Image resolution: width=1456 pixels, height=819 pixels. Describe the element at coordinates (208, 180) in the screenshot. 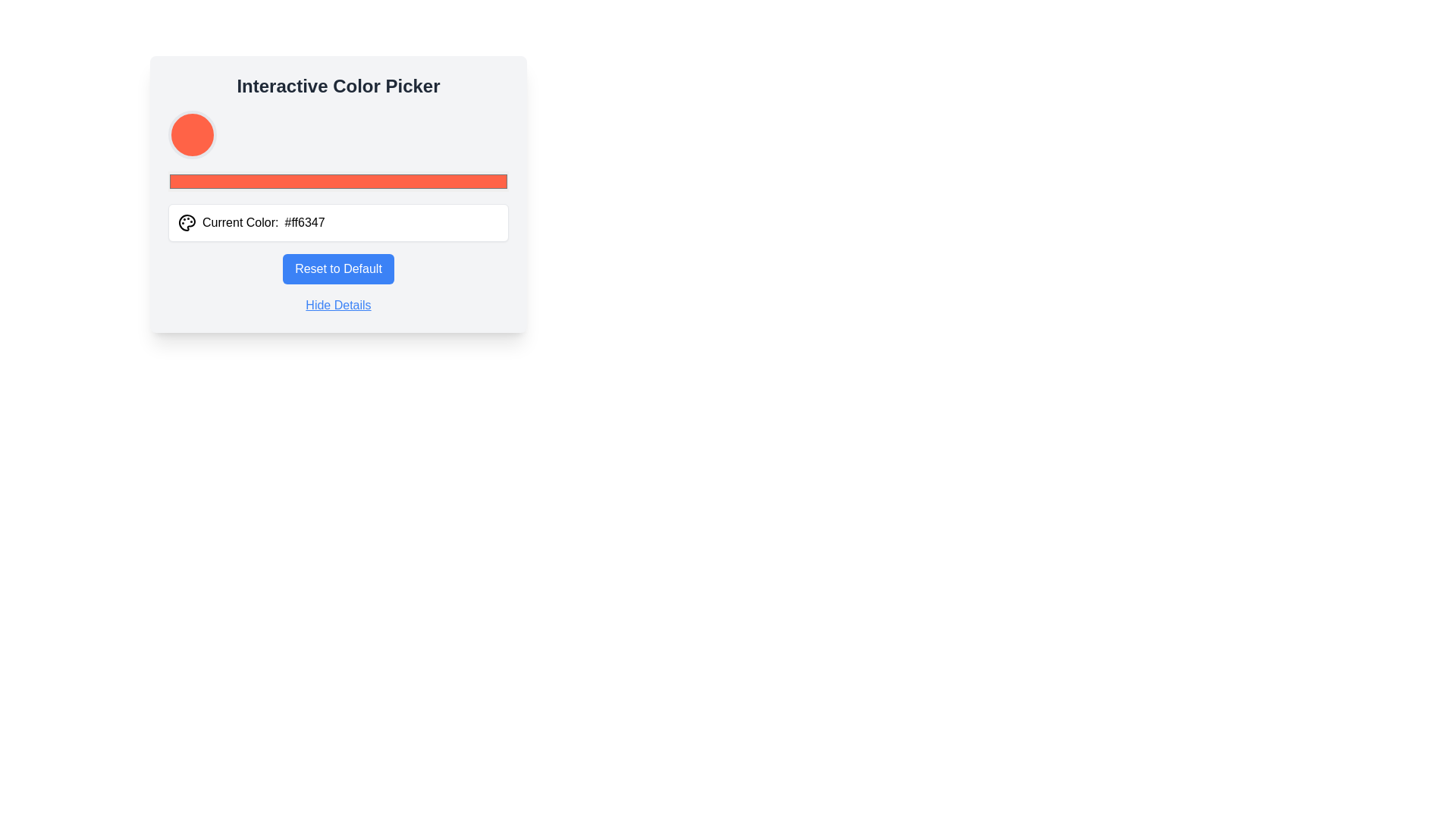

I see `the slider value` at that location.